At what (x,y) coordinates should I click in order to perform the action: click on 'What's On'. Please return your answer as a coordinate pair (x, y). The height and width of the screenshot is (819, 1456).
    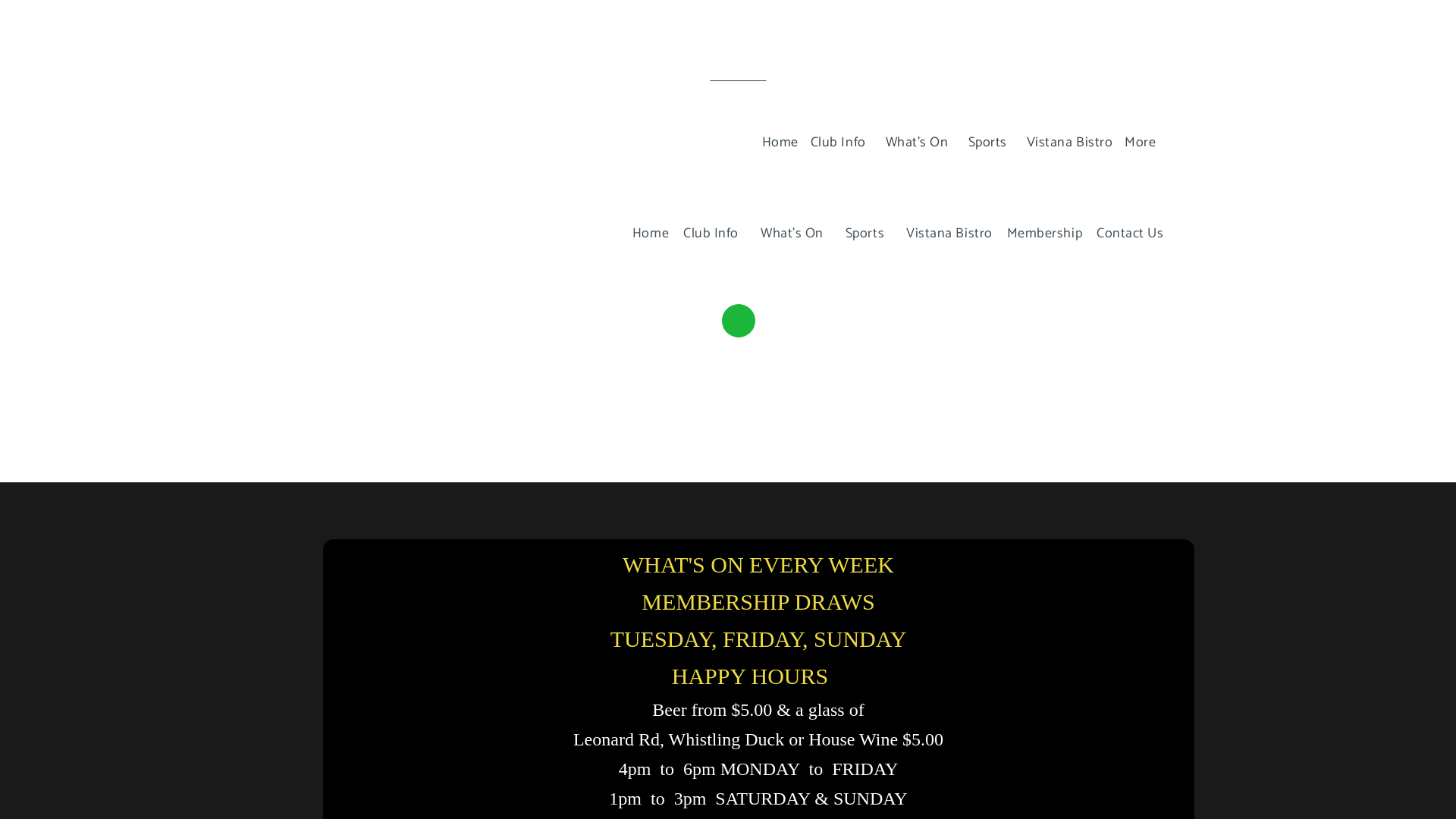
    Looking at the image, I should click on (874, 143).